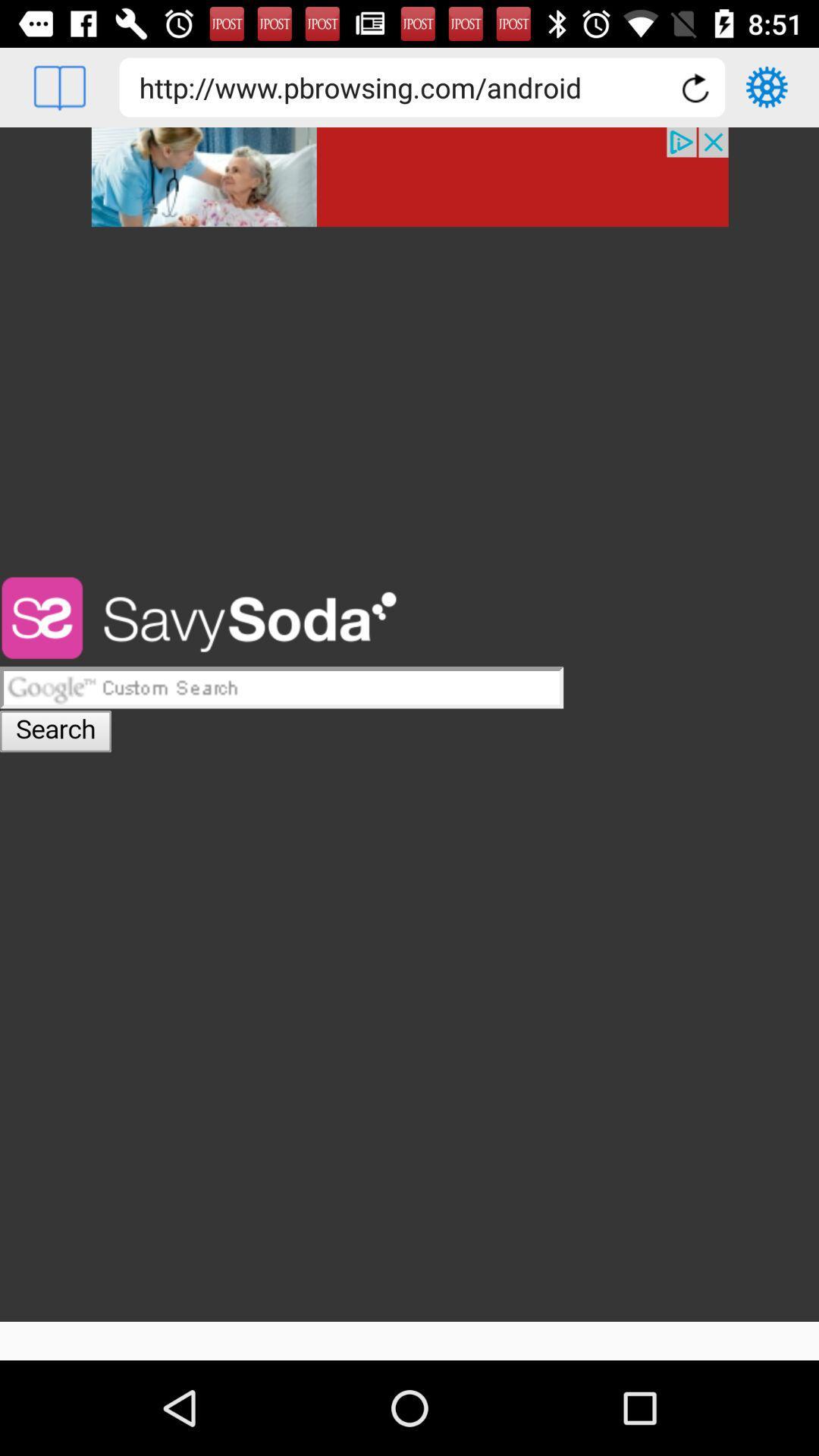 The width and height of the screenshot is (819, 1456). Describe the element at coordinates (767, 86) in the screenshot. I see `setting` at that location.